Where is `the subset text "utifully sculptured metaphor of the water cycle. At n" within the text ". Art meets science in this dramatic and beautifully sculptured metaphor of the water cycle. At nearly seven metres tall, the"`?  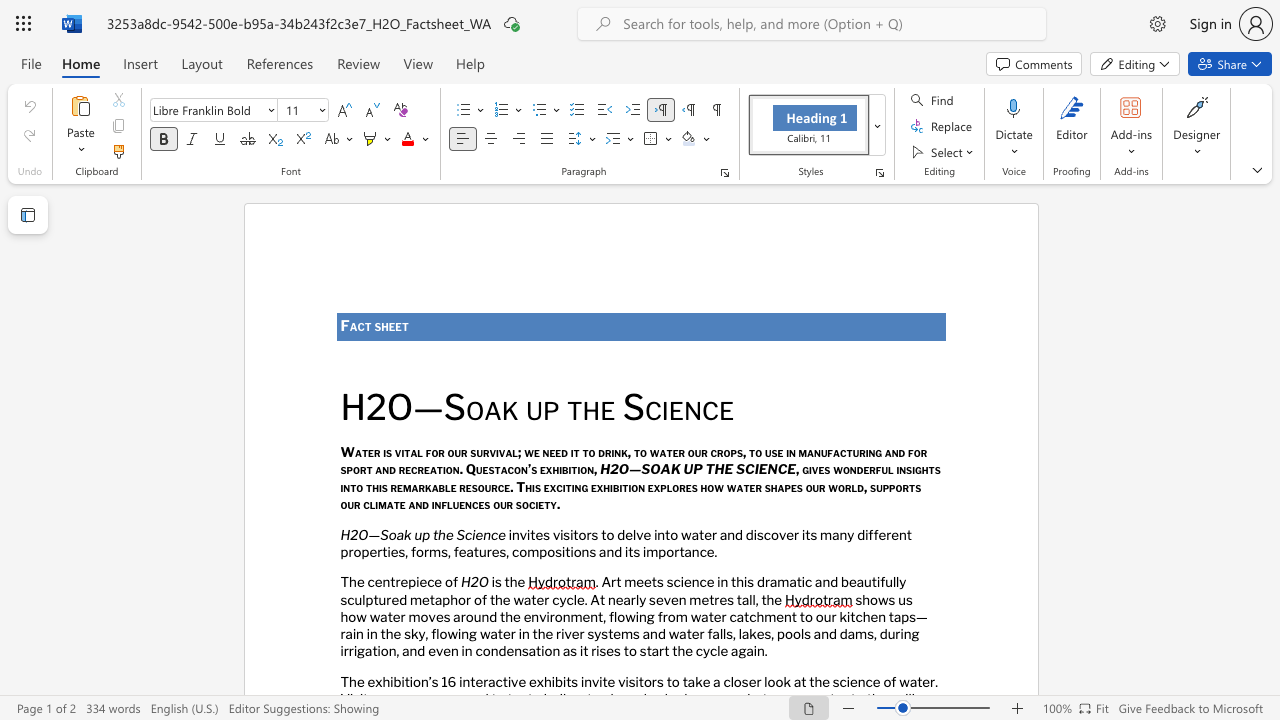 the subset text "utifully sculptured metaphor of the water cycle. At n" within the text ". Art meets science in this dramatic and beautifully sculptured metaphor of the water cycle. At nearly seven metres tall, the" is located at coordinates (864, 582).